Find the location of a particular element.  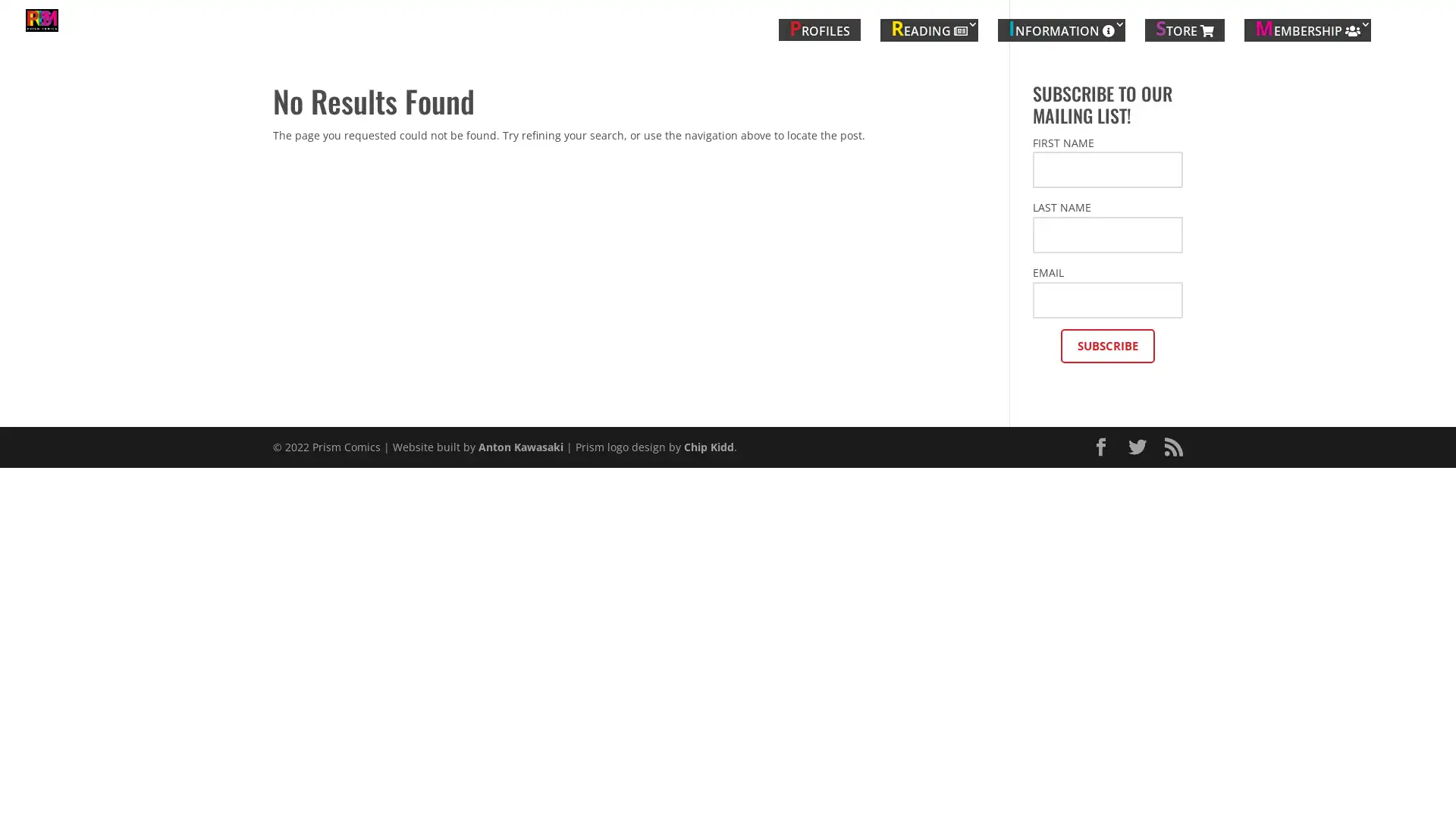

SUBSCRIBE is located at coordinates (1107, 350).